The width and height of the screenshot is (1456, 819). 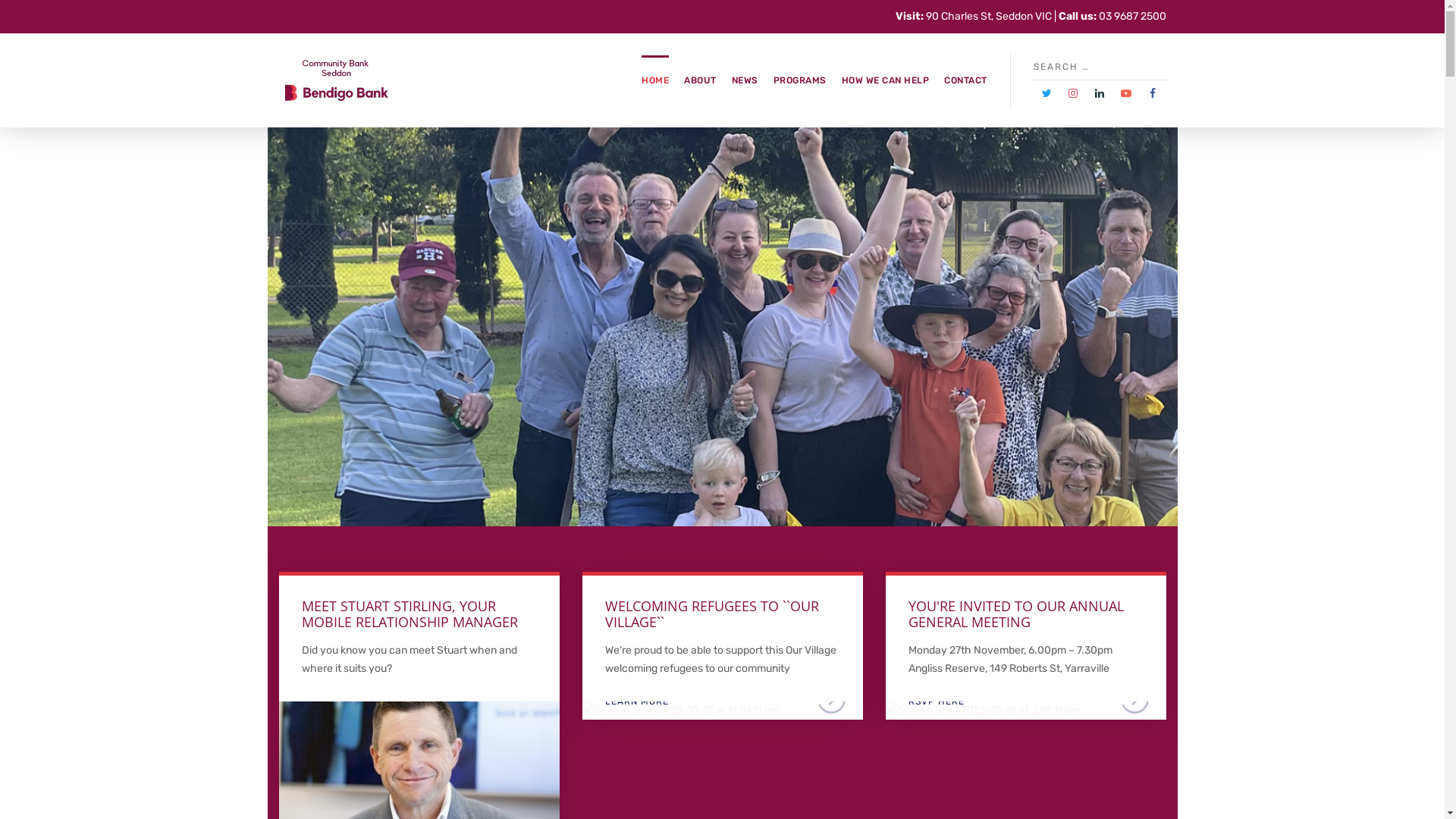 What do you see at coordinates (1374, 79) in the screenshot?
I see `'Search'` at bounding box center [1374, 79].